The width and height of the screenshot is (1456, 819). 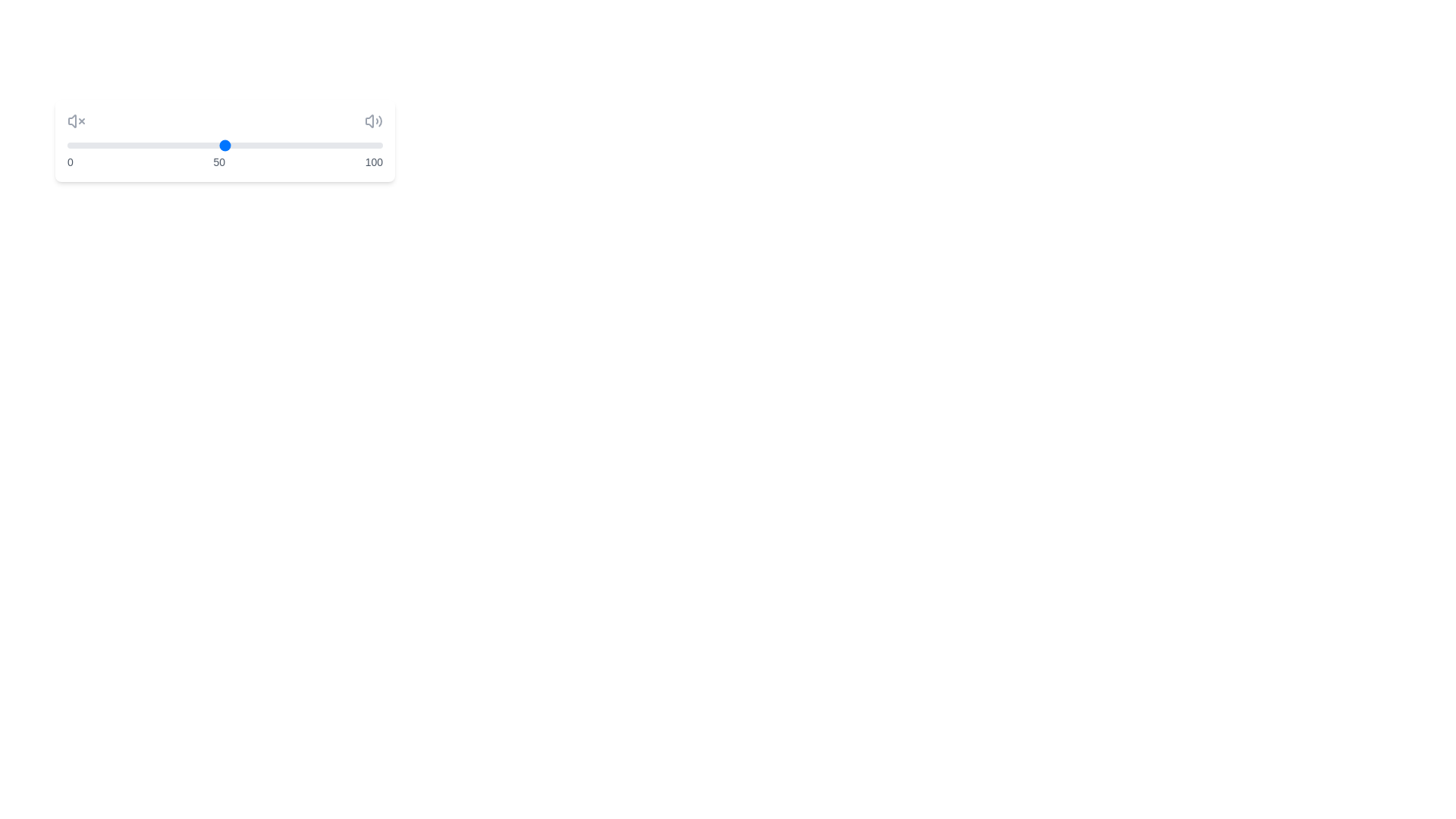 I want to click on the slider to set the volume to 80%, so click(x=318, y=146).